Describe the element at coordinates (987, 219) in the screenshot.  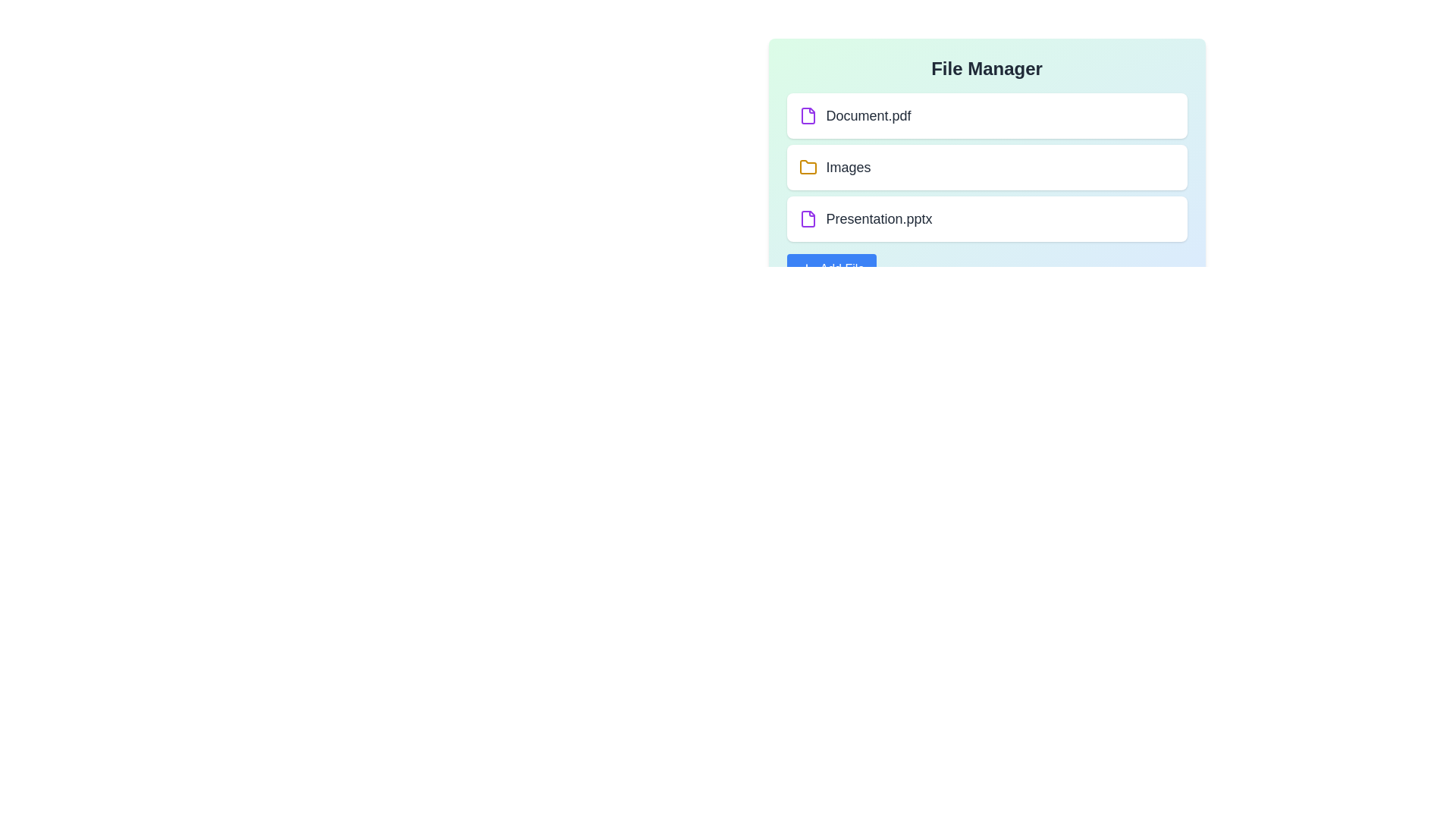
I see `the item Presentation.pptx from the list` at that location.